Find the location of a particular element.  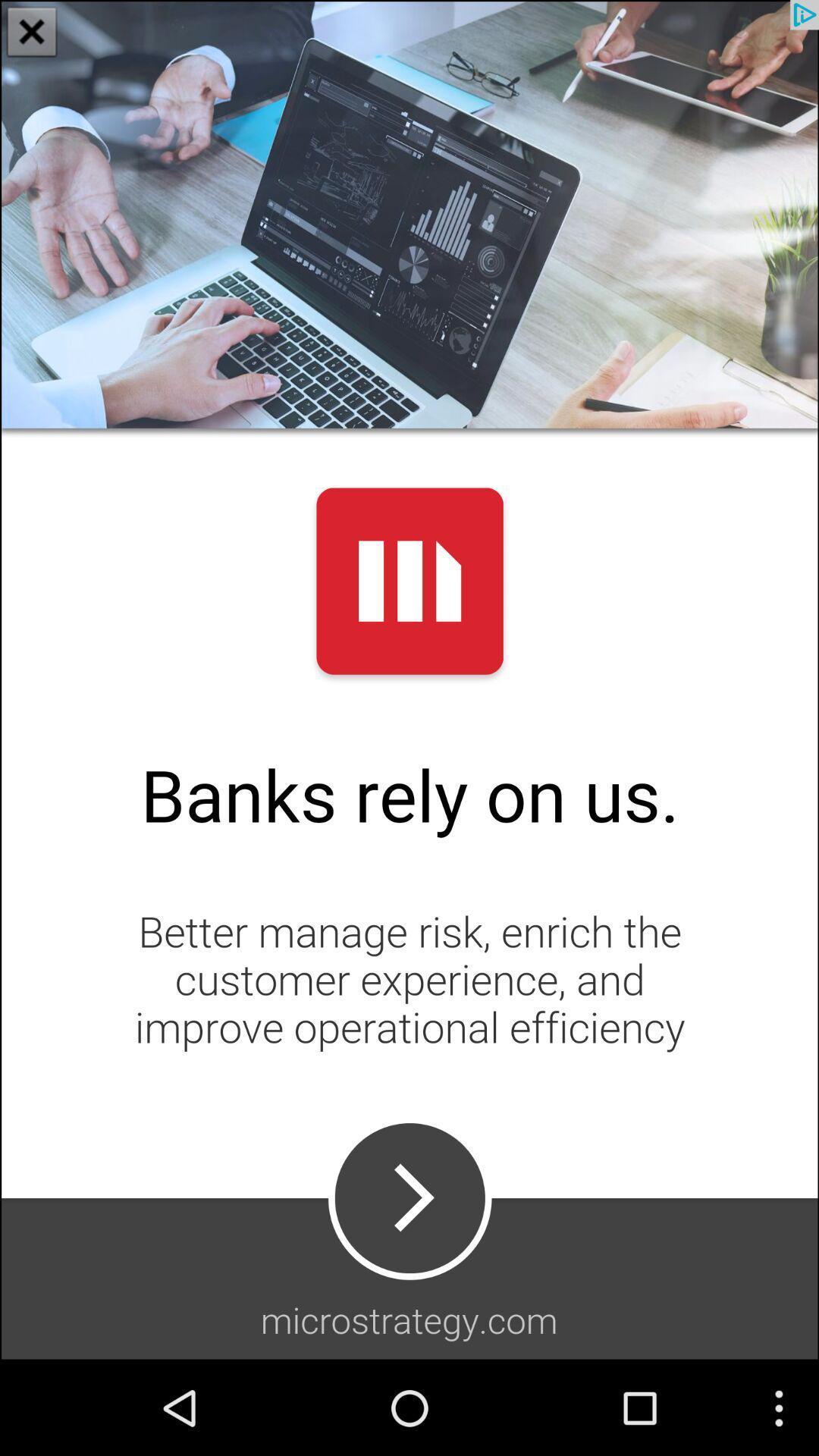

the close icon is located at coordinates (32, 33).